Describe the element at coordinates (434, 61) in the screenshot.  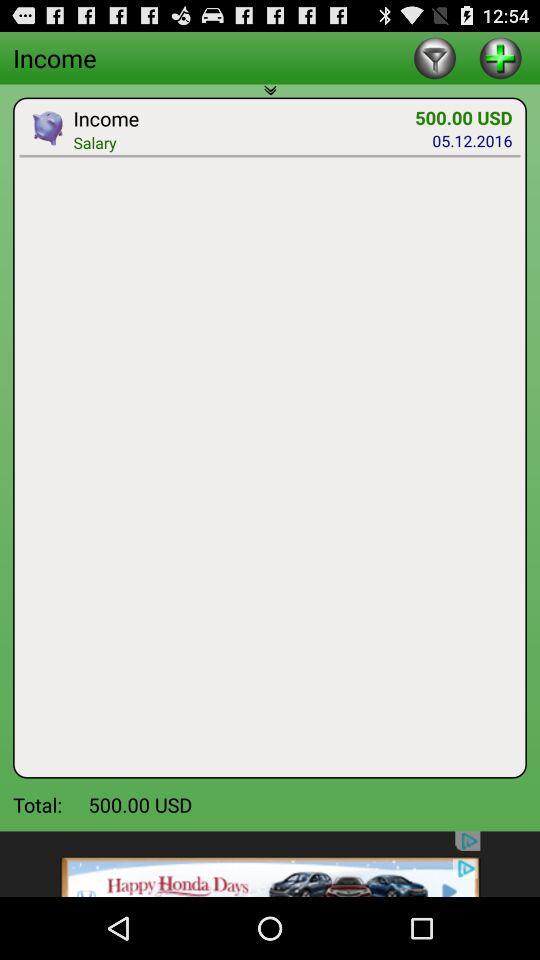
I see `the filter icon` at that location.